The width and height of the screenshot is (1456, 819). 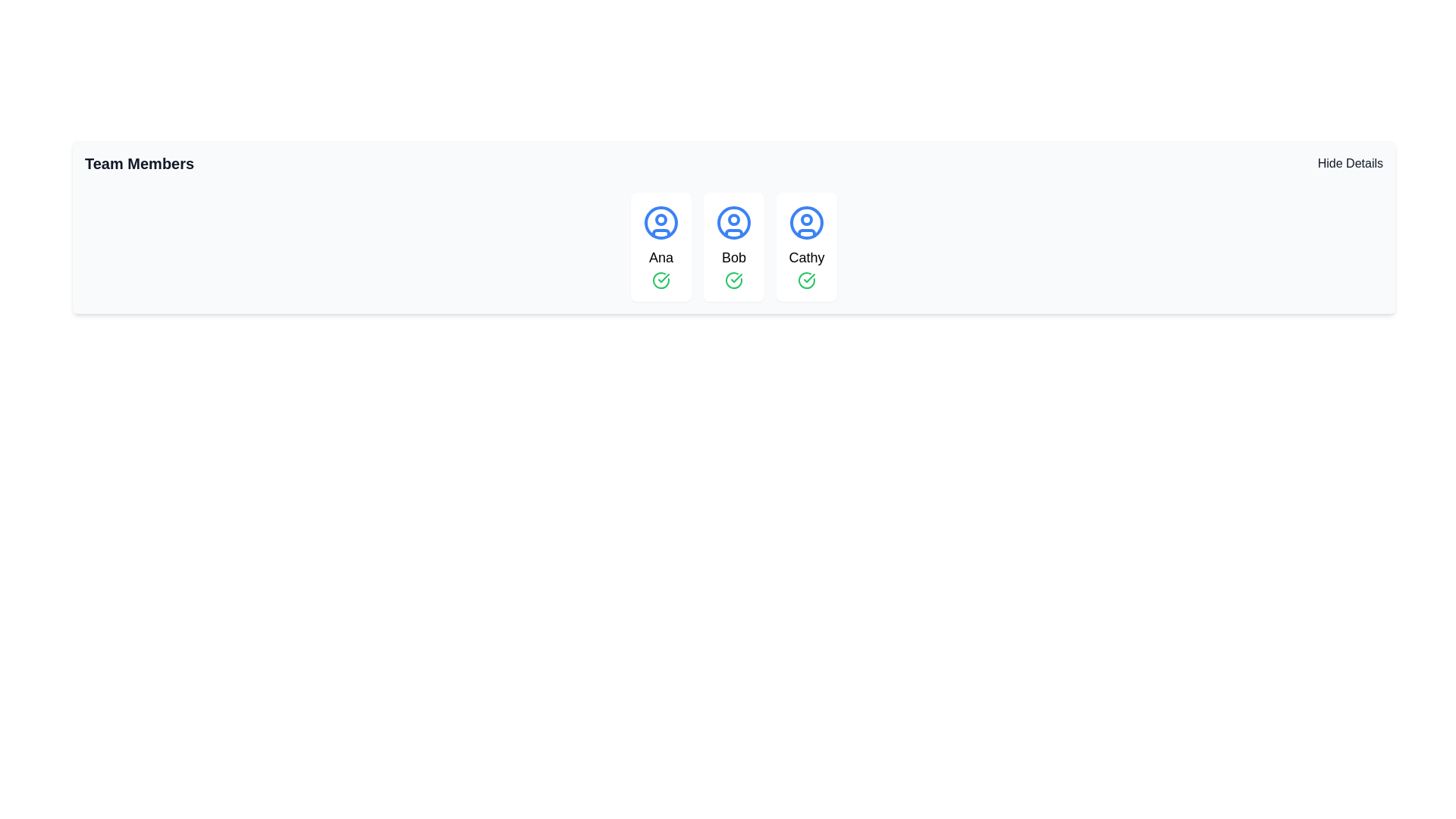 I want to click on the Profile Card labeled 'Cathy' which is the third card on the right in a row of three cards, so click(x=806, y=246).